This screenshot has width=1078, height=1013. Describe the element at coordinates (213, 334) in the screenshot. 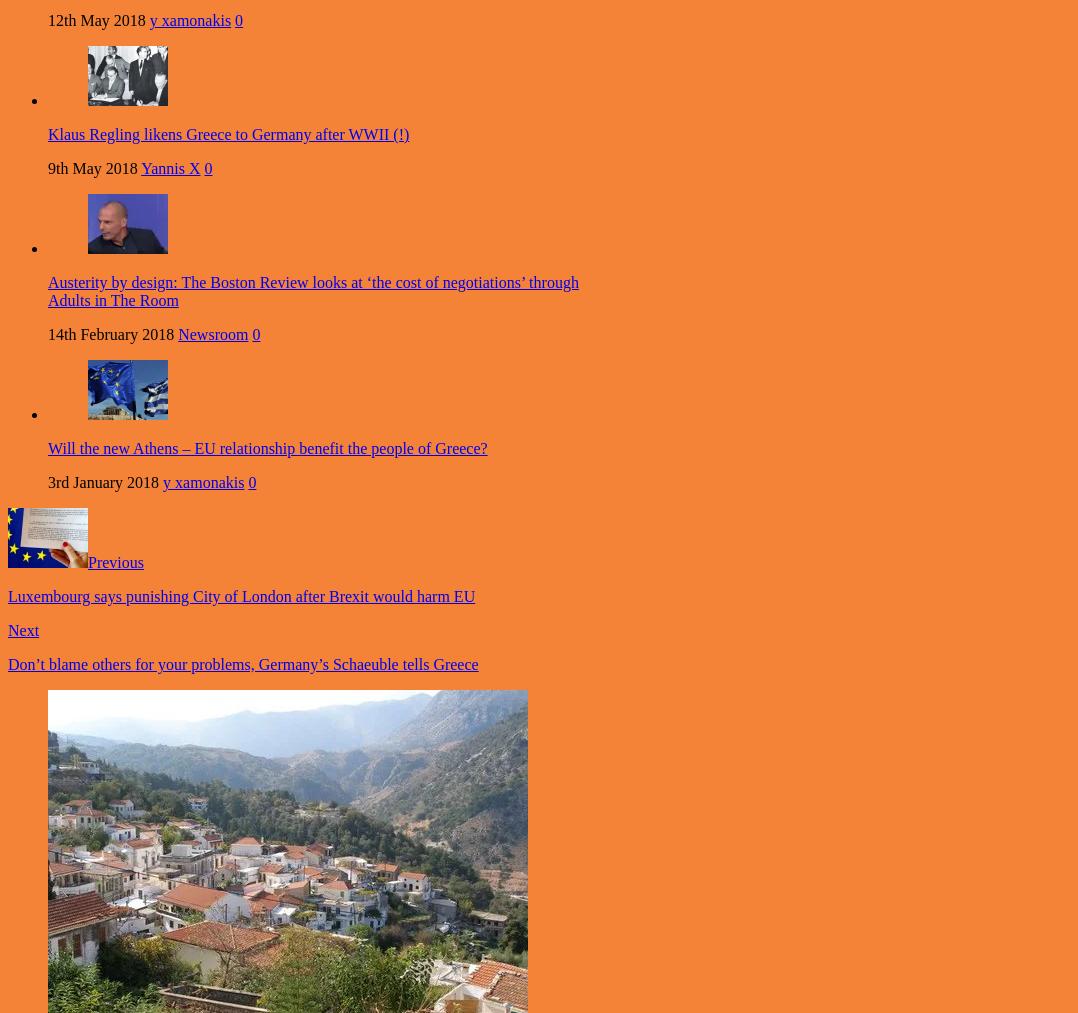

I see `'Newsroom'` at that location.